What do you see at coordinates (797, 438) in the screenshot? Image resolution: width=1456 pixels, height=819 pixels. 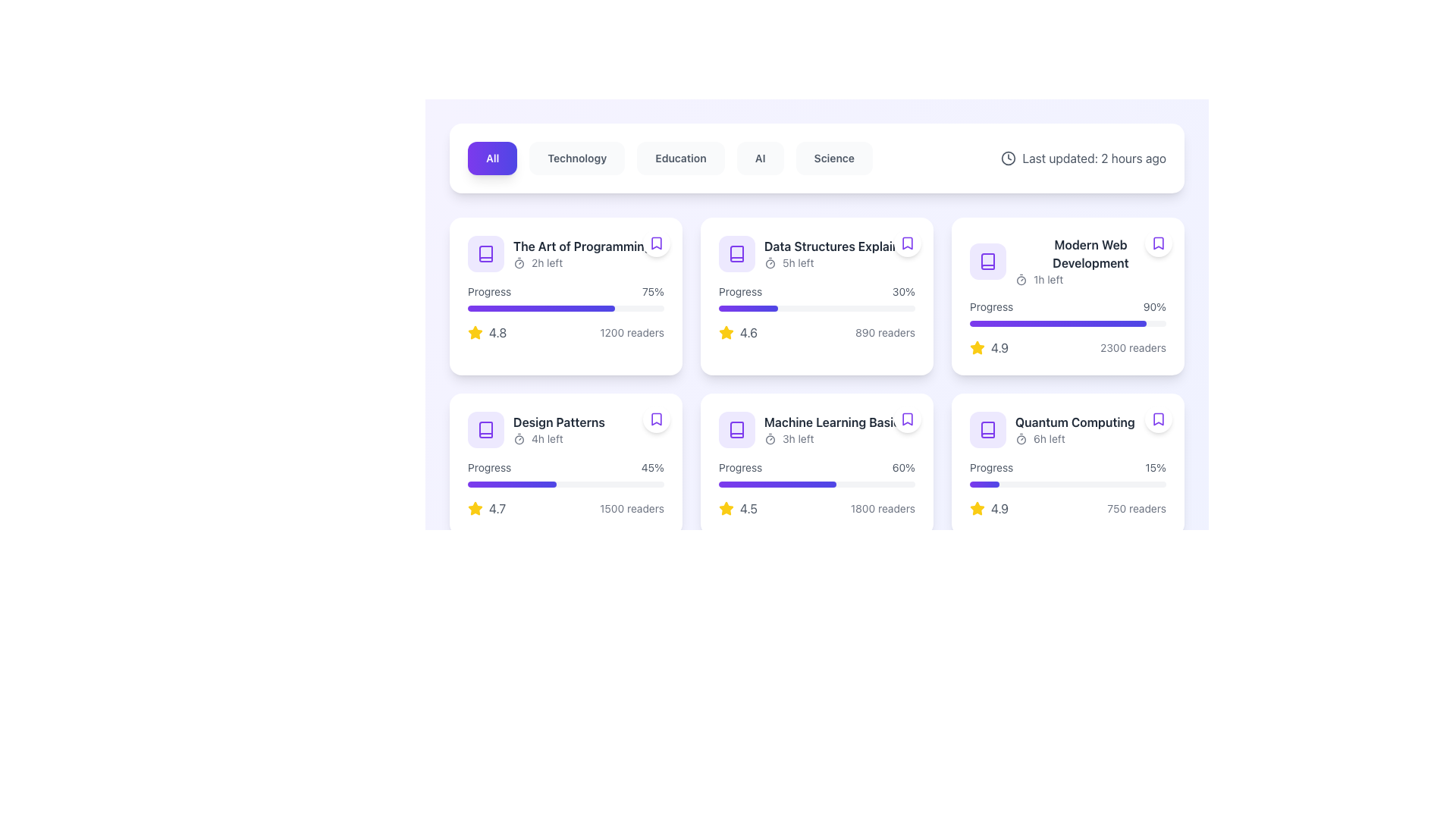 I see `the static text that indicates the countdown or duration under the title 'Machine Learning Basics' in the third card of the second row` at bounding box center [797, 438].